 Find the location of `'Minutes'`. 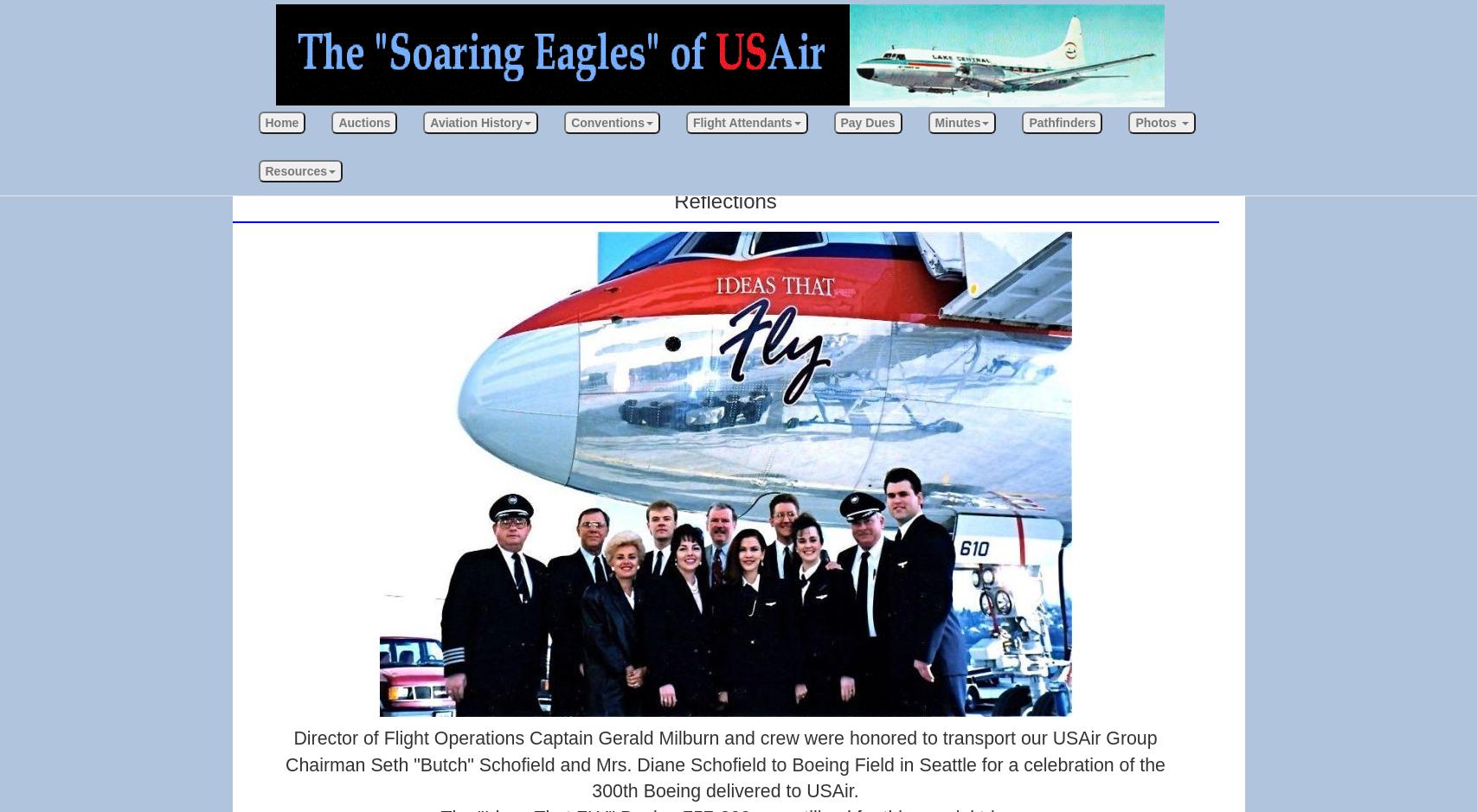

'Minutes' is located at coordinates (956, 121).